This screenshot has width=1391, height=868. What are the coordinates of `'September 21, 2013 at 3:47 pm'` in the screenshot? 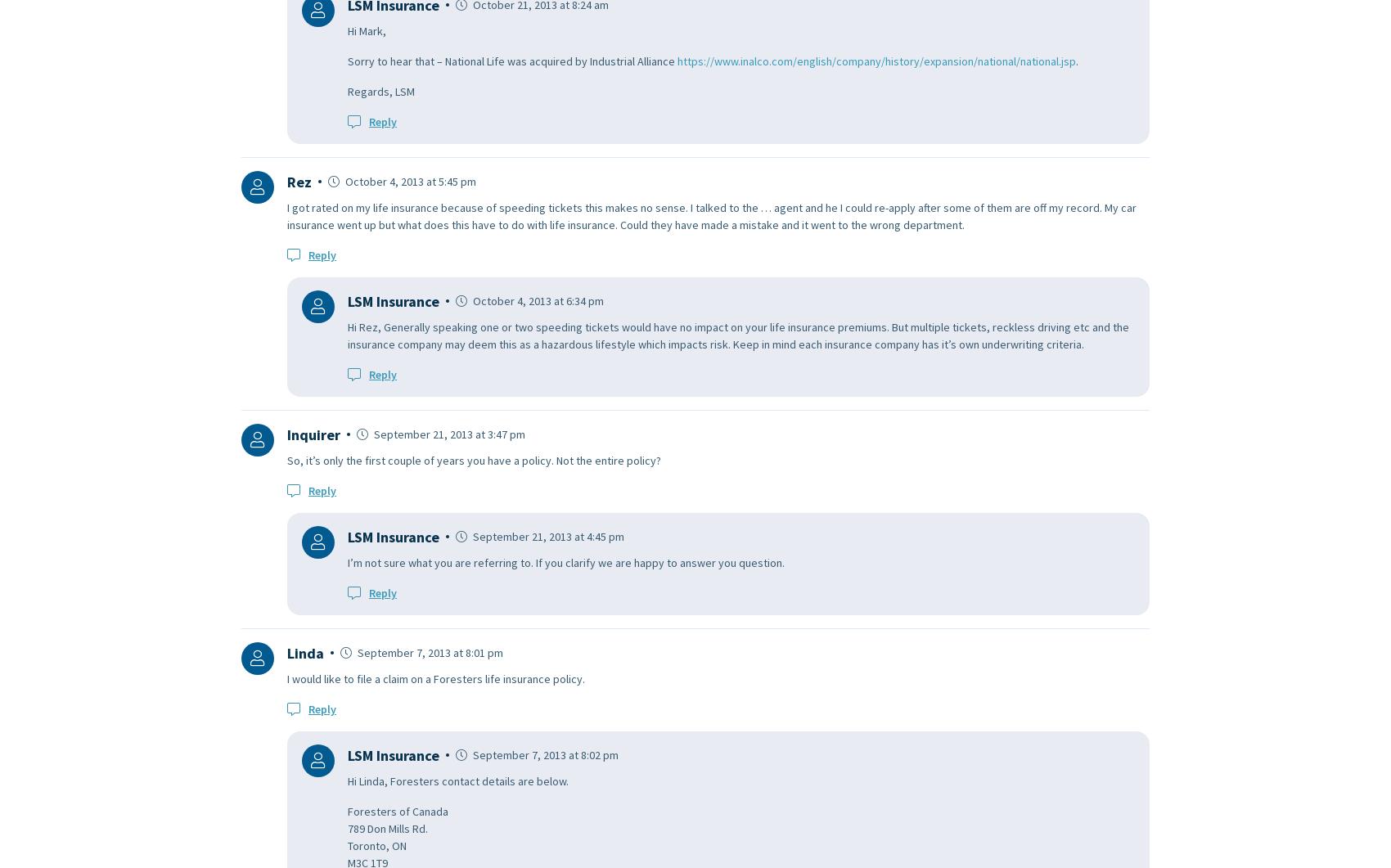 It's located at (448, 433).